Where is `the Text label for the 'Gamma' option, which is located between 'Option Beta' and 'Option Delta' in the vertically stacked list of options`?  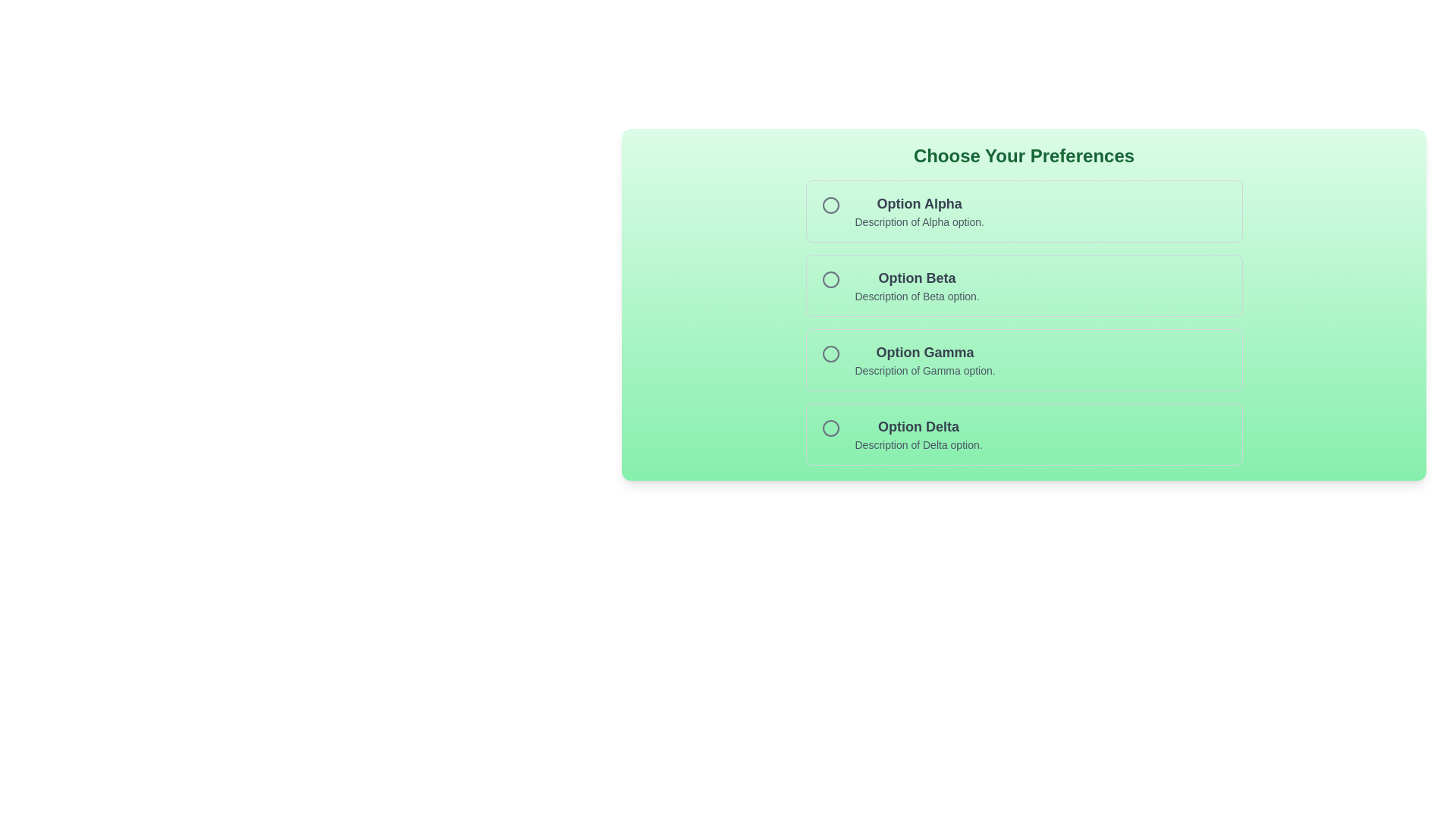 the Text label for the 'Gamma' option, which is located between 'Option Beta' and 'Option Delta' in the vertically stacked list of options is located at coordinates (924, 353).